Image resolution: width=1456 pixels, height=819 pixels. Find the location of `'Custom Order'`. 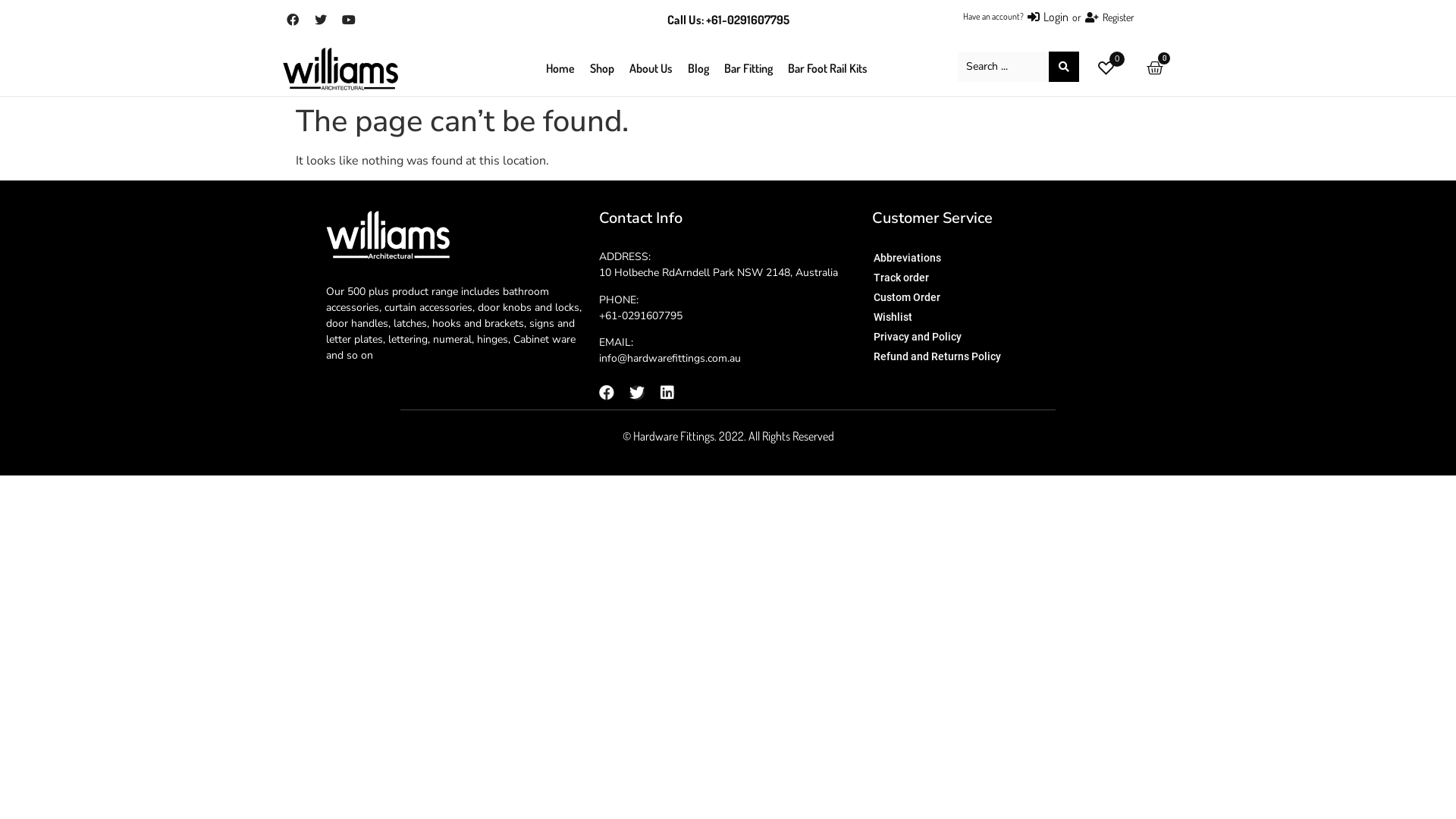

'Custom Order' is located at coordinates (966, 297).